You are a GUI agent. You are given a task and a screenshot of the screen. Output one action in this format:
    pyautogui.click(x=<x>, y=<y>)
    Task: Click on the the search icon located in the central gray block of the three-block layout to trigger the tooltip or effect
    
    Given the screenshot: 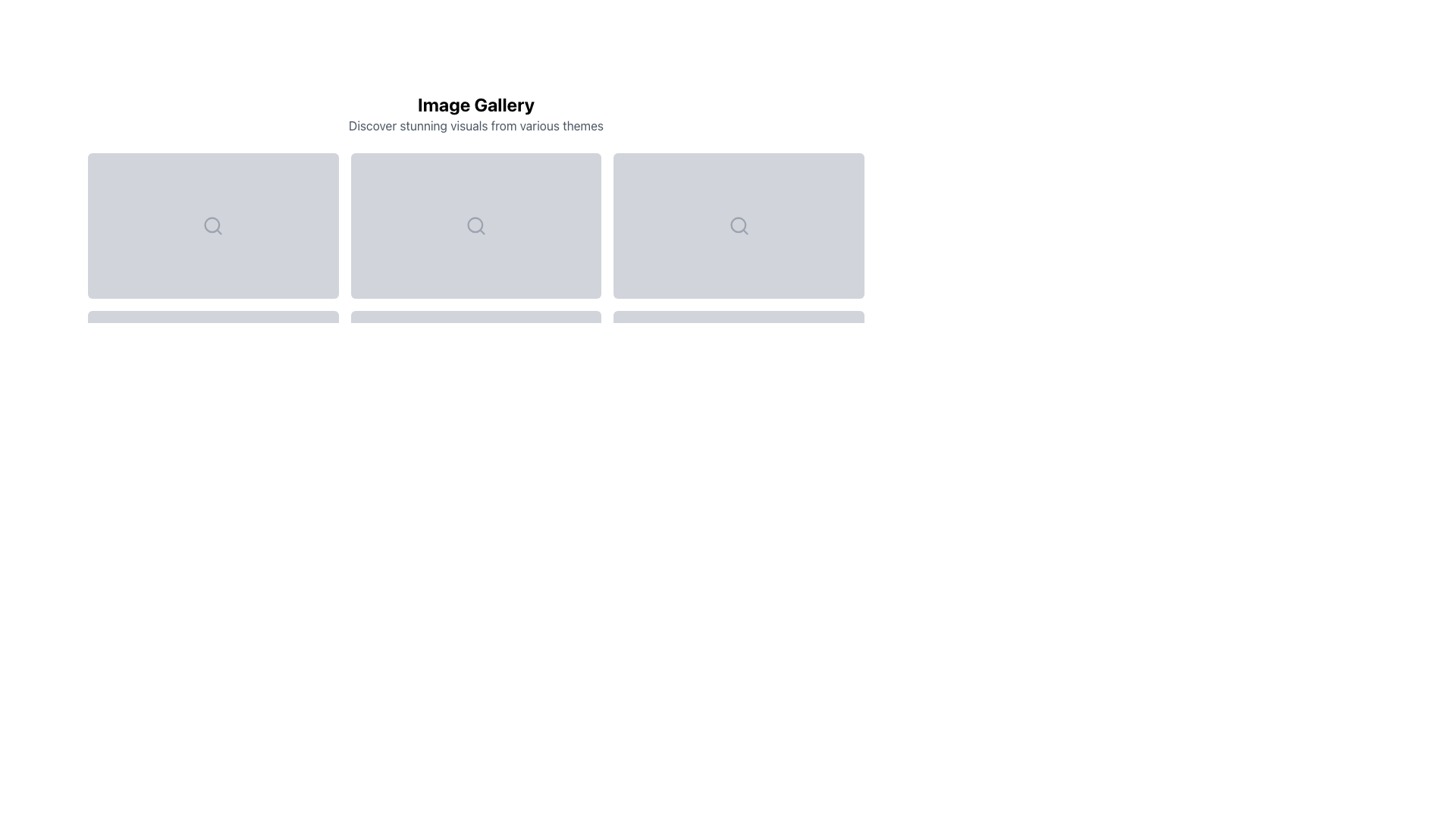 What is the action you would take?
    pyautogui.click(x=739, y=225)
    